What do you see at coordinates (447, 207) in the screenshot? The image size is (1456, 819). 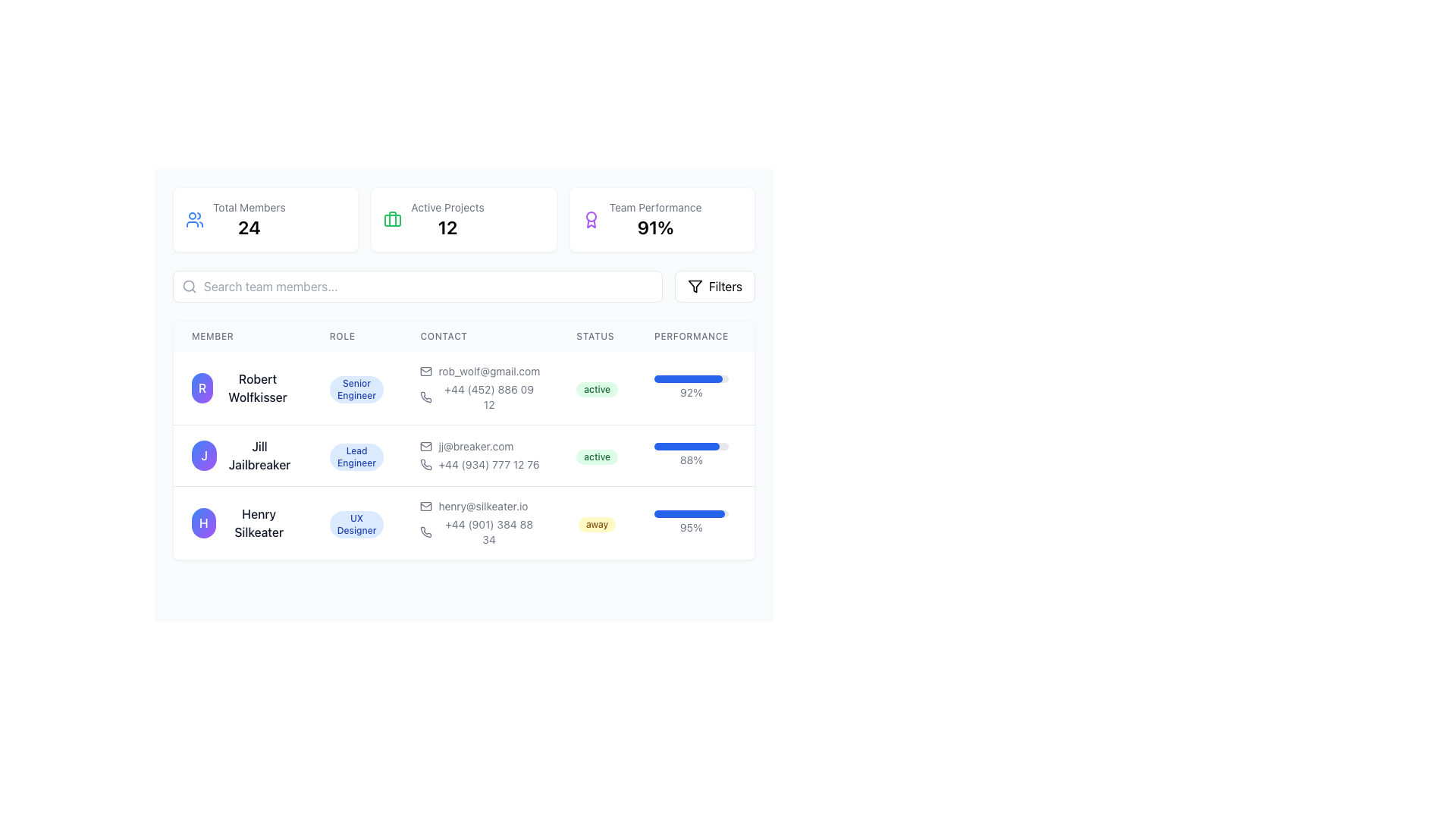 I see `the 'Active Projects' static text label, which is a gray font color and serves as a descriptive title positioned centrally in a three-column layout` at bounding box center [447, 207].